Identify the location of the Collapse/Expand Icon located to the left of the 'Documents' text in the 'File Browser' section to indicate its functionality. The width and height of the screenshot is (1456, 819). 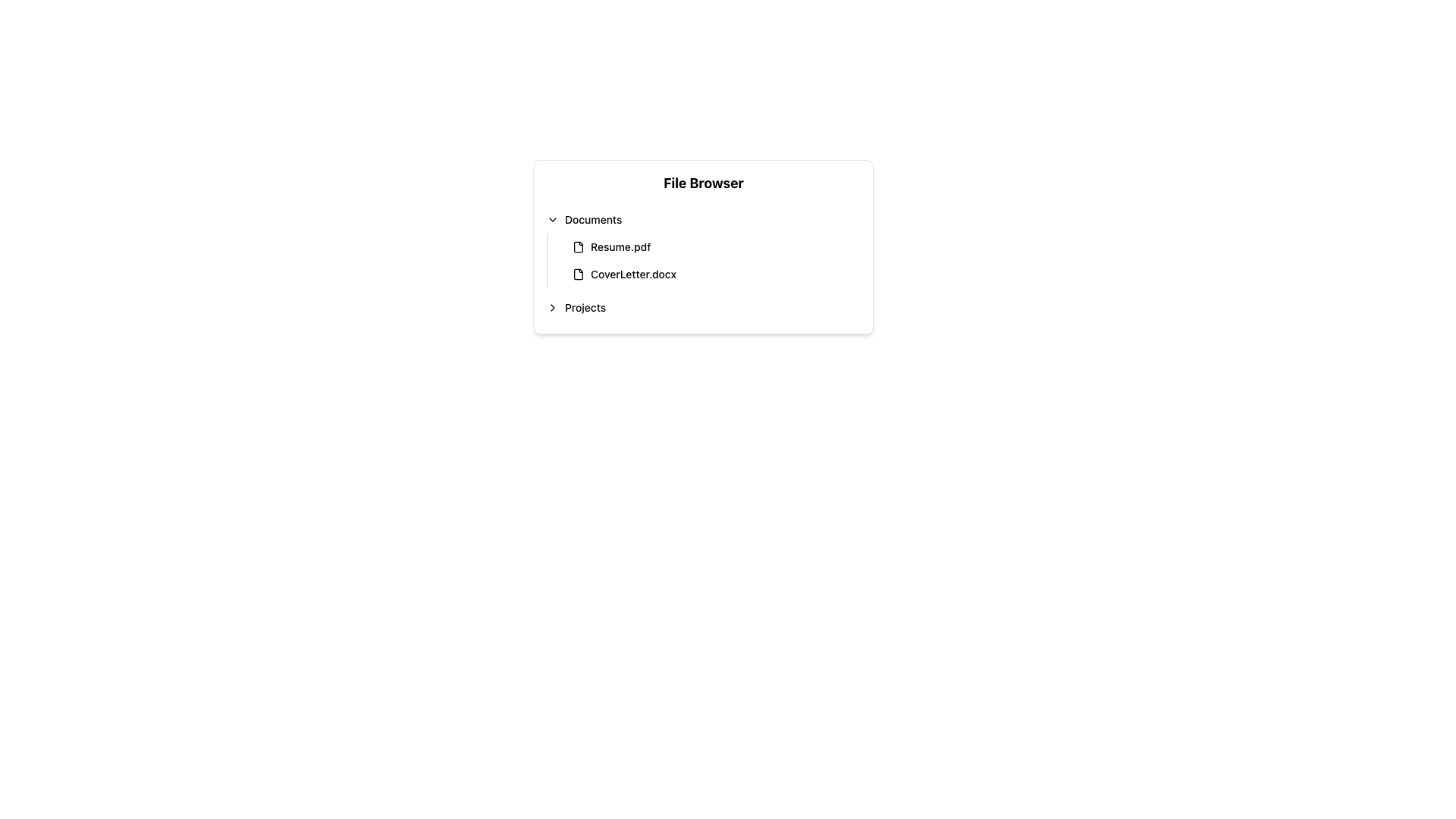
(552, 219).